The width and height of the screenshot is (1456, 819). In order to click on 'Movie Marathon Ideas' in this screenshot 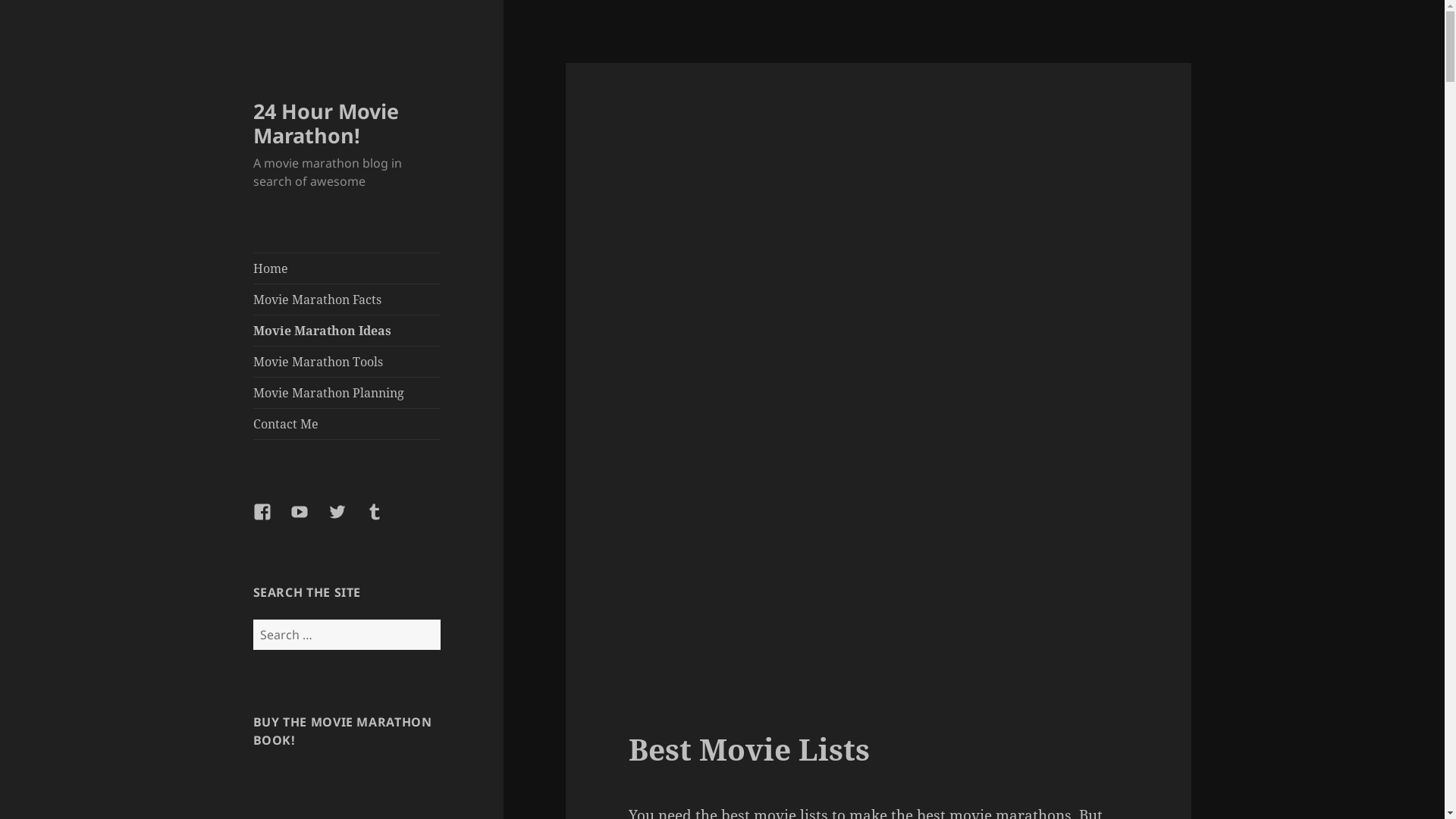, I will do `click(346, 329)`.